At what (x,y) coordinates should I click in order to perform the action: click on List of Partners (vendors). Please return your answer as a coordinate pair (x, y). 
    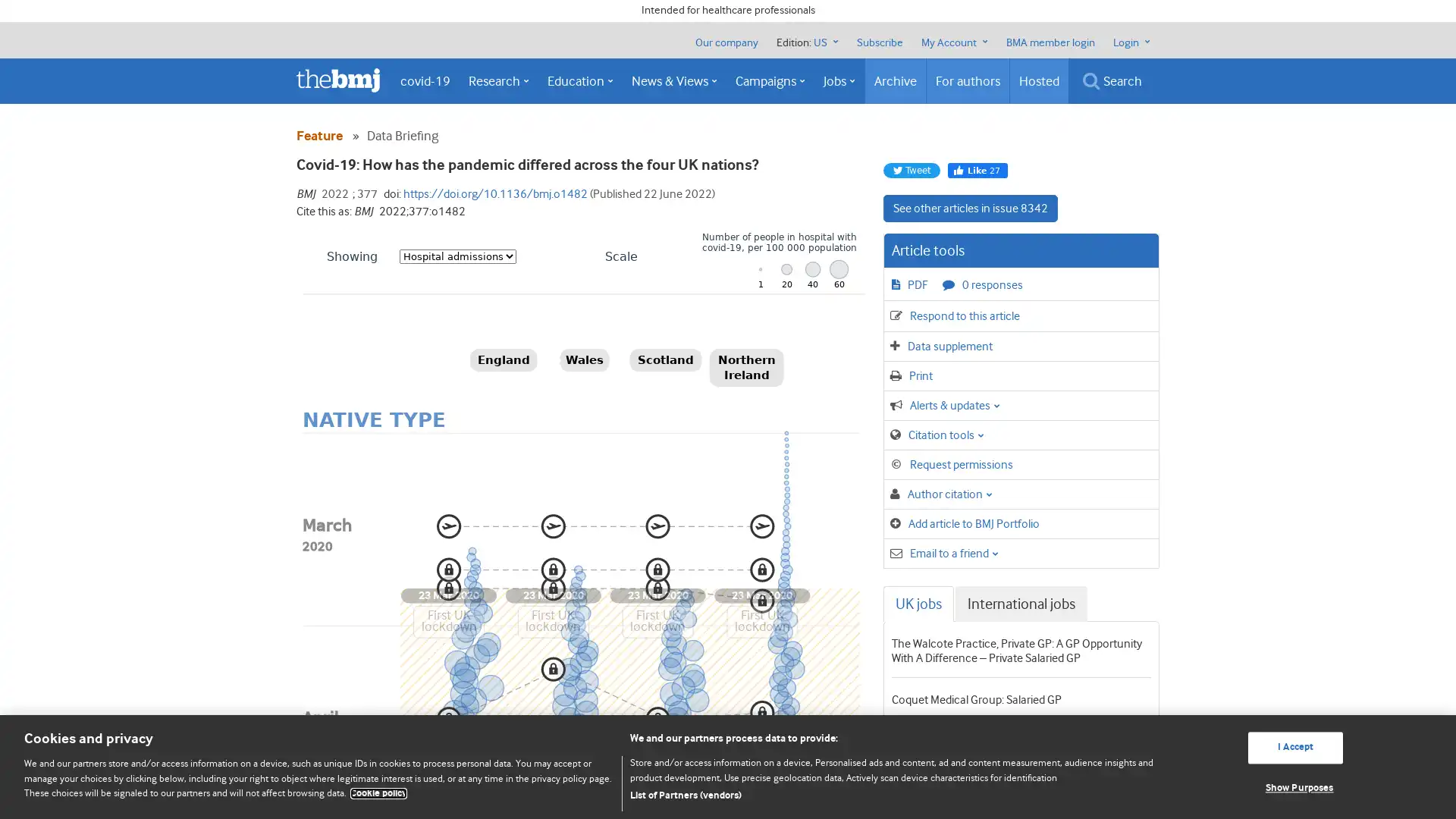
    Looking at the image, I should click on (895, 795).